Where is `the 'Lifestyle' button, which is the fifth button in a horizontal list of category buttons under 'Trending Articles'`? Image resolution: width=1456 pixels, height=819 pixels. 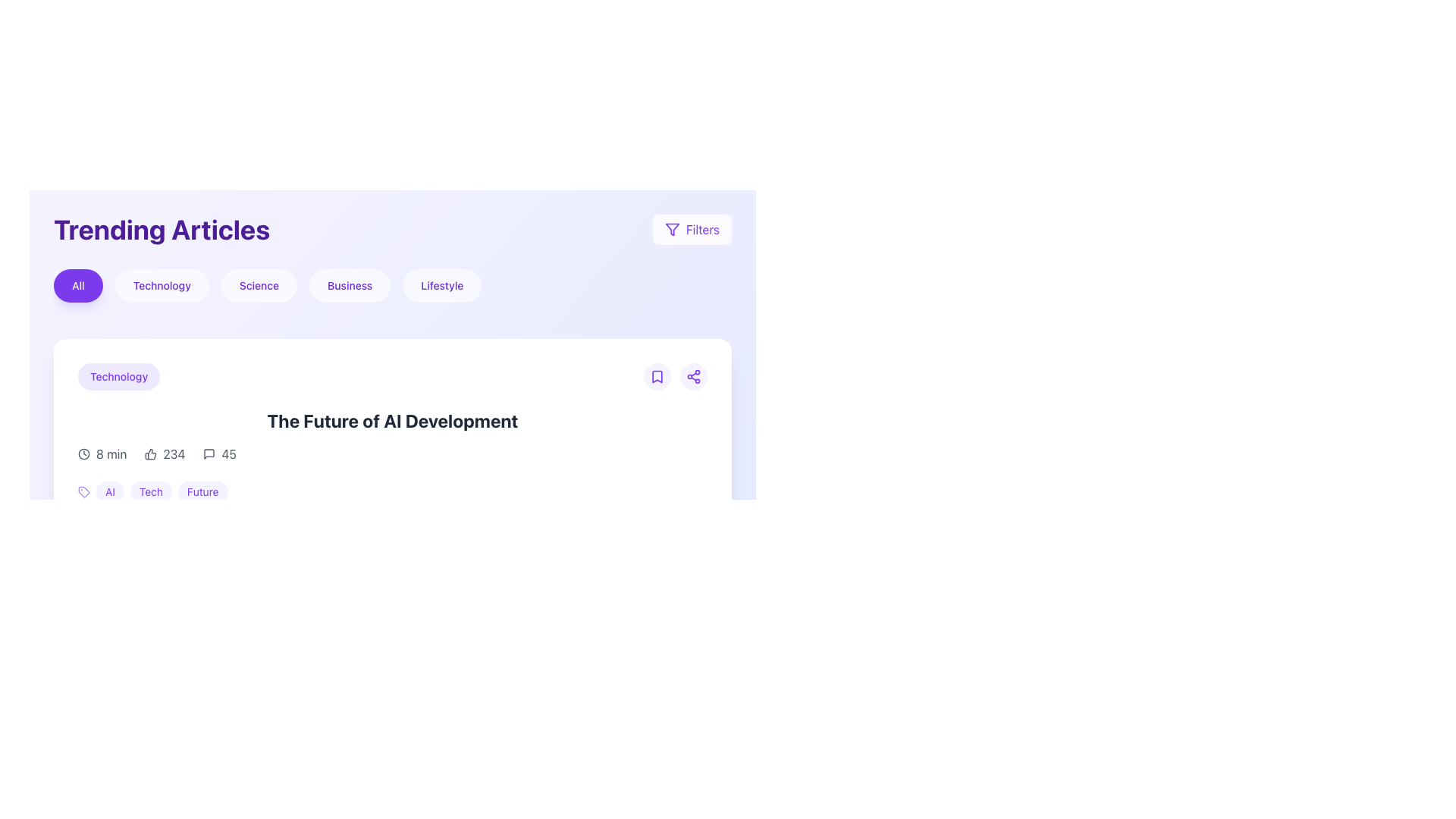 the 'Lifestyle' button, which is the fifth button in a horizontal list of category buttons under 'Trending Articles' is located at coordinates (441, 286).